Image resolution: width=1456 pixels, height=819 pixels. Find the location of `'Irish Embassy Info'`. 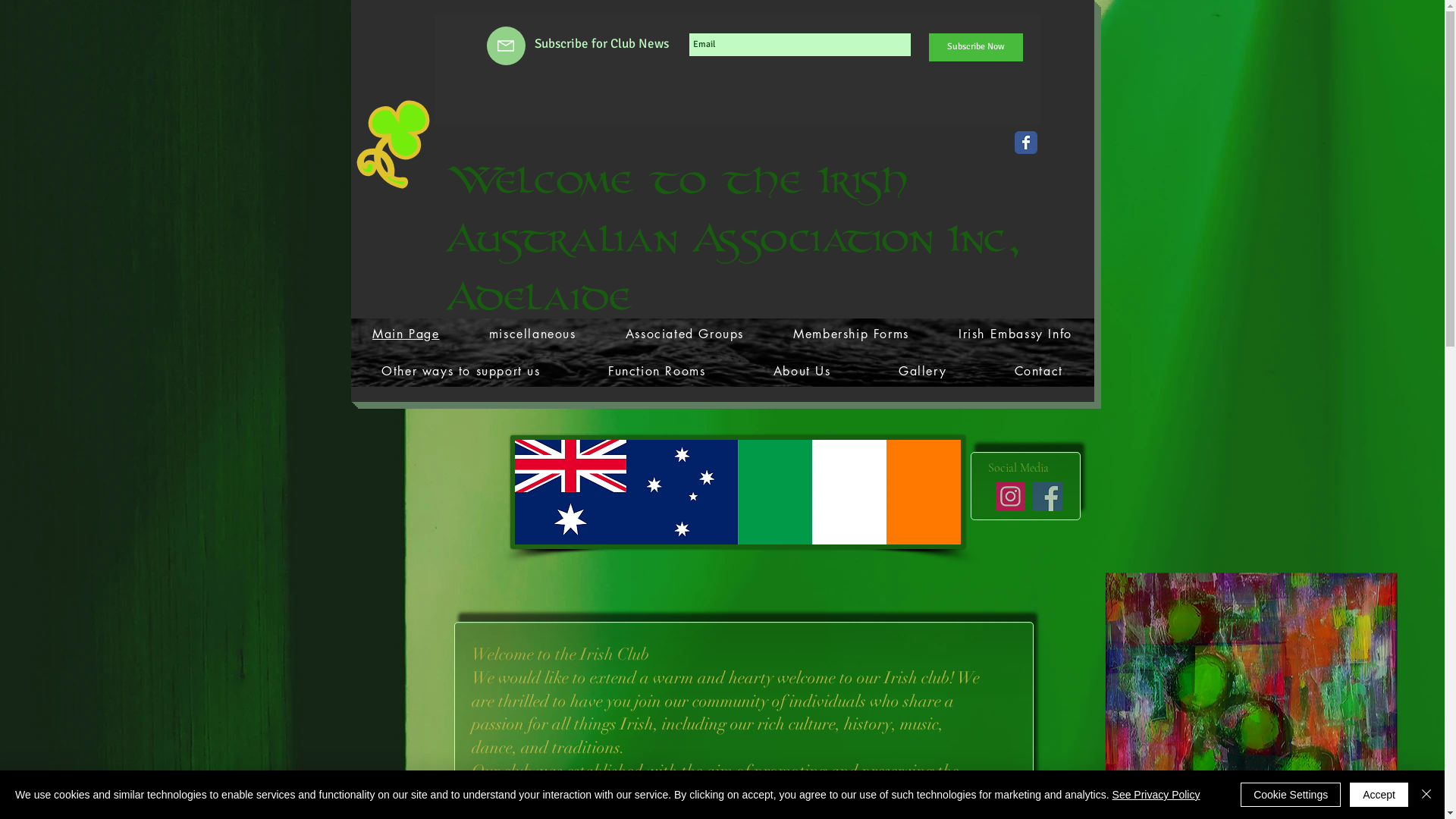

'Irish Embassy Info' is located at coordinates (1015, 333).